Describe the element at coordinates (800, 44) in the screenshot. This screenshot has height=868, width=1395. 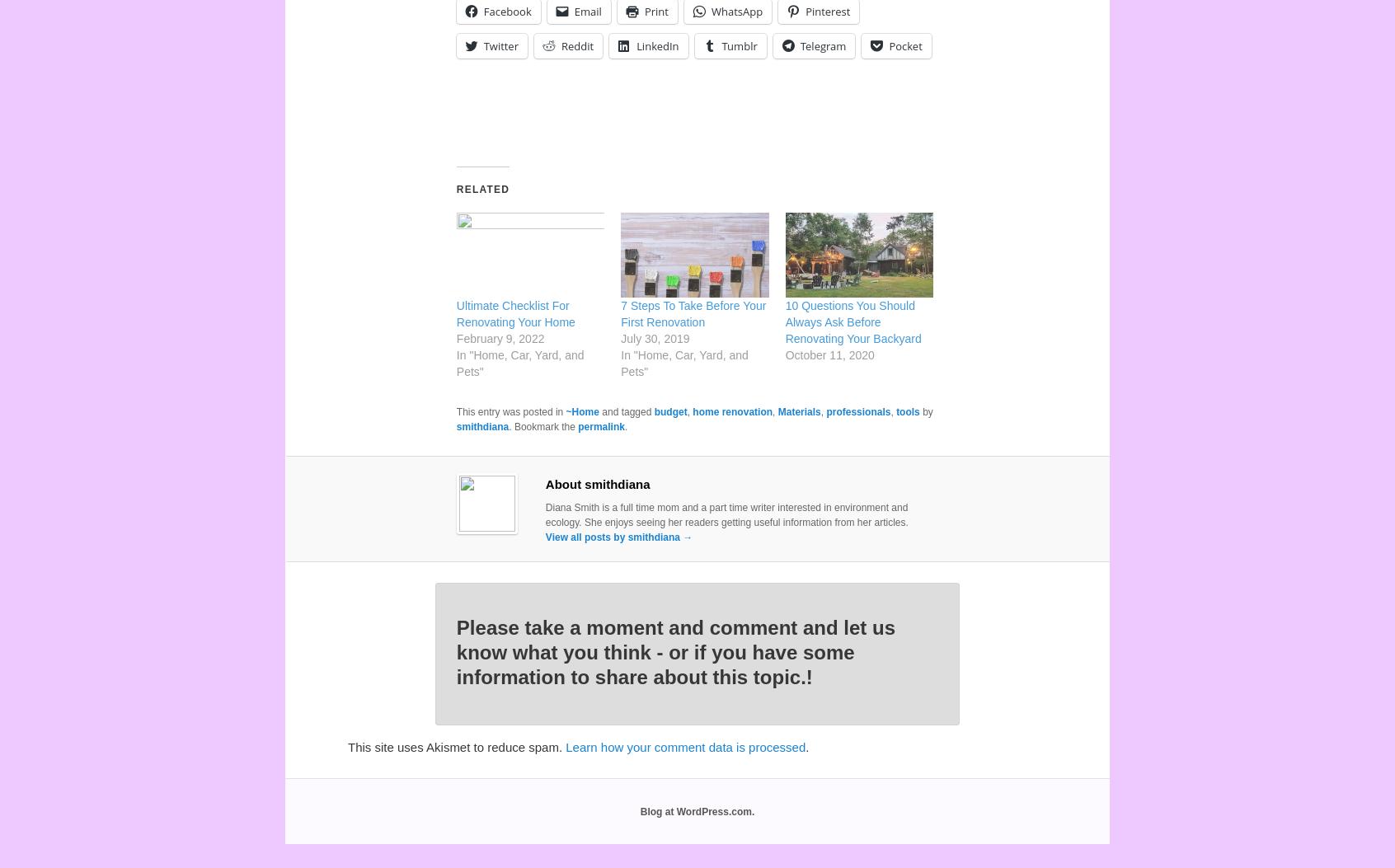
I see `'Telegram'` at that location.